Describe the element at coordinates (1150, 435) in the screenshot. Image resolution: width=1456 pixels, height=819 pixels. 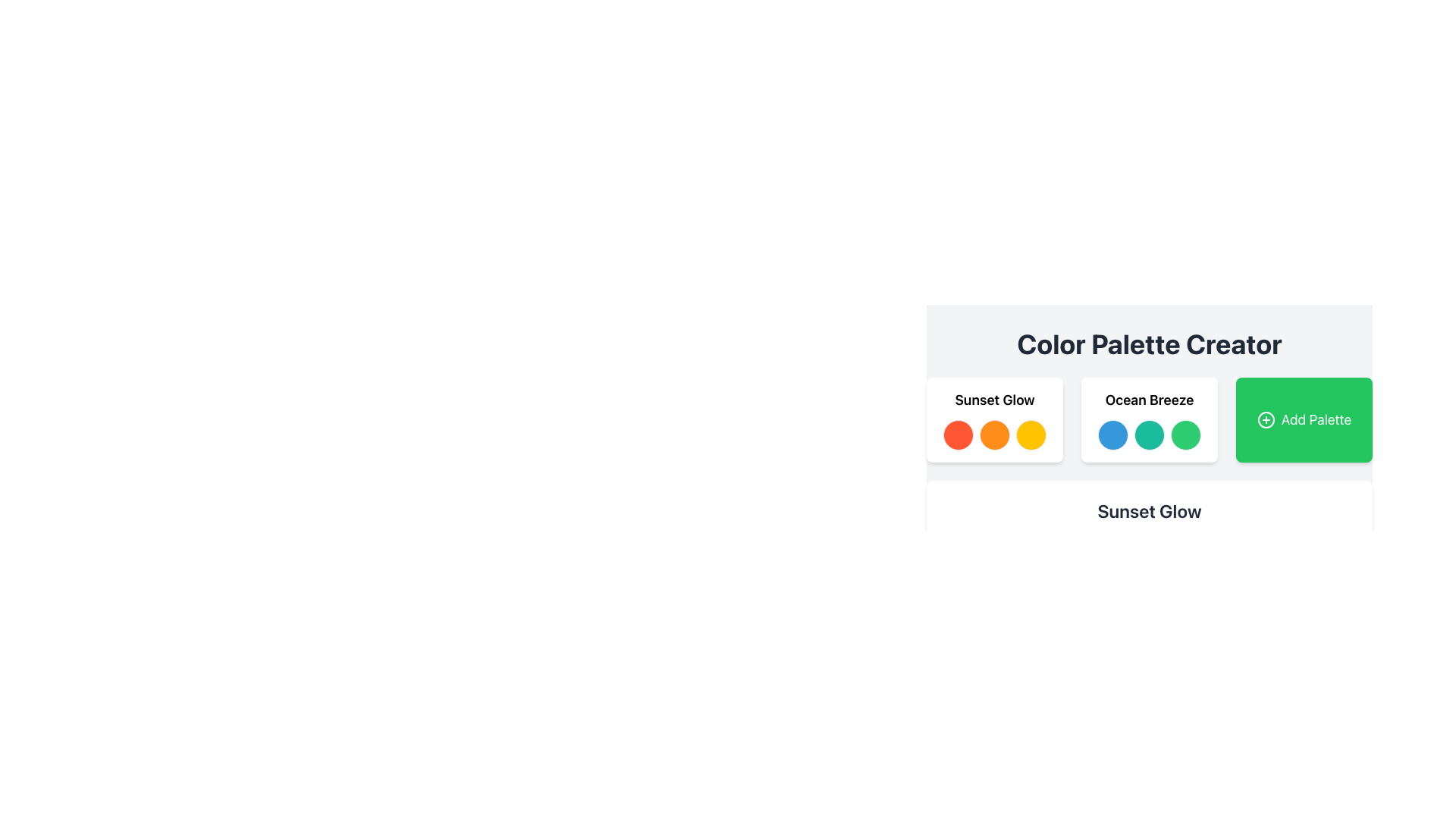
I see `the second circular decorative element beneath the 'Ocean Breeze' section` at that location.